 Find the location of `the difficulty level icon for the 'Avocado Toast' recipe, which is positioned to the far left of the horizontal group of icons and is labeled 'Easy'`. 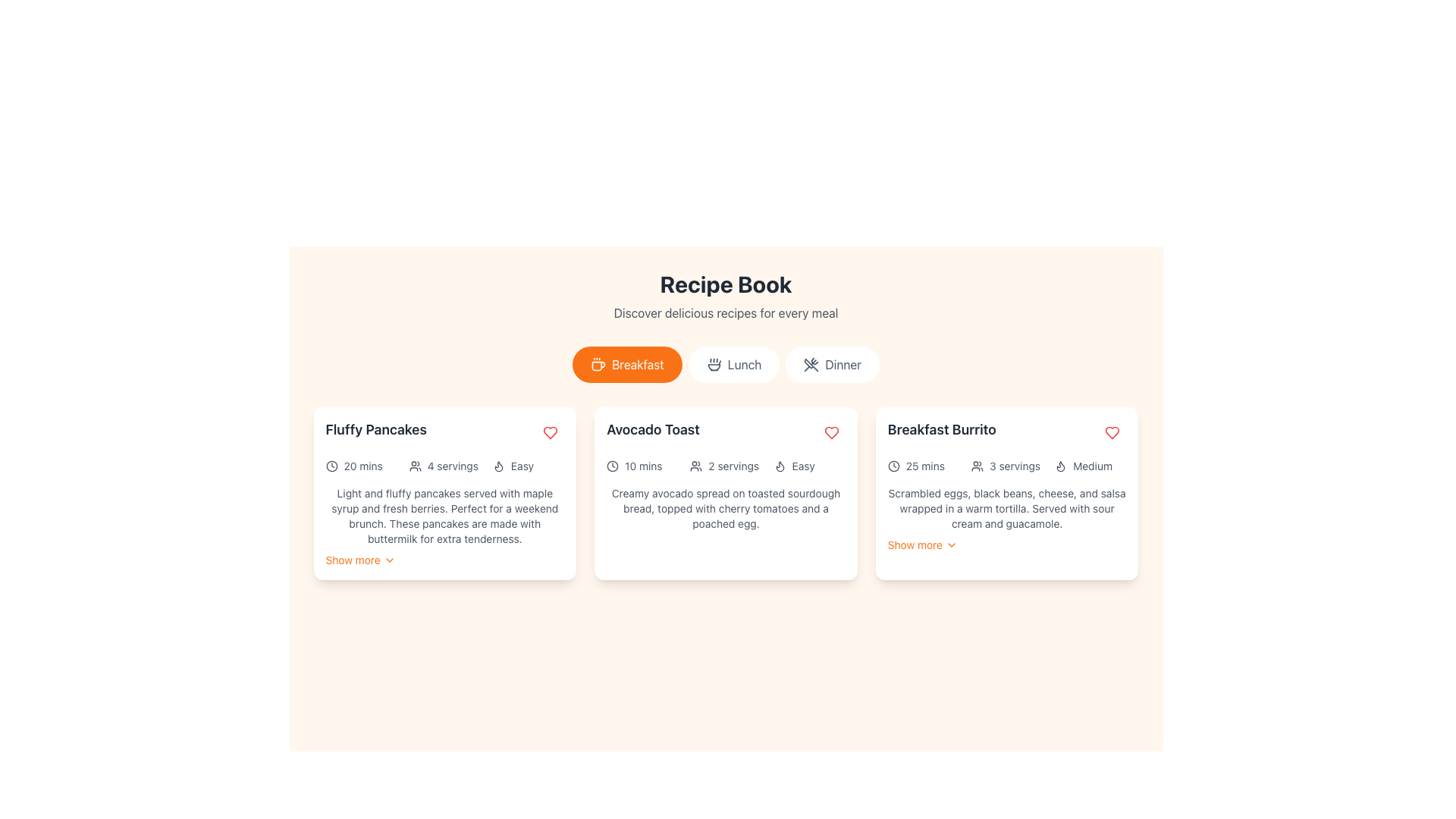

the difficulty level icon for the 'Avocado Toast' recipe, which is positioned to the far left of the horizontal group of icons and is labeled 'Easy' is located at coordinates (780, 465).